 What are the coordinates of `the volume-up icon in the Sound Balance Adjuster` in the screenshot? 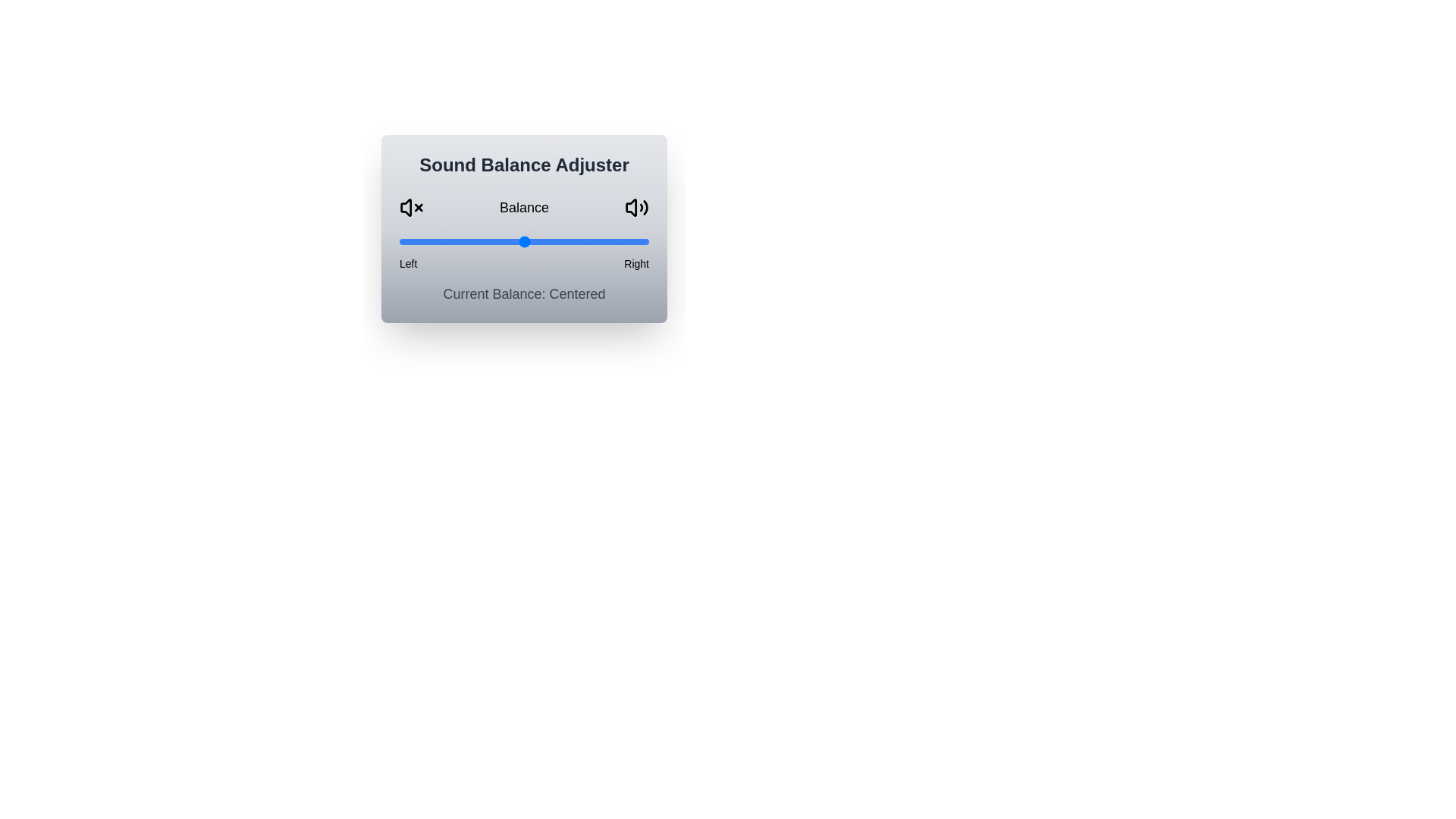 It's located at (637, 207).